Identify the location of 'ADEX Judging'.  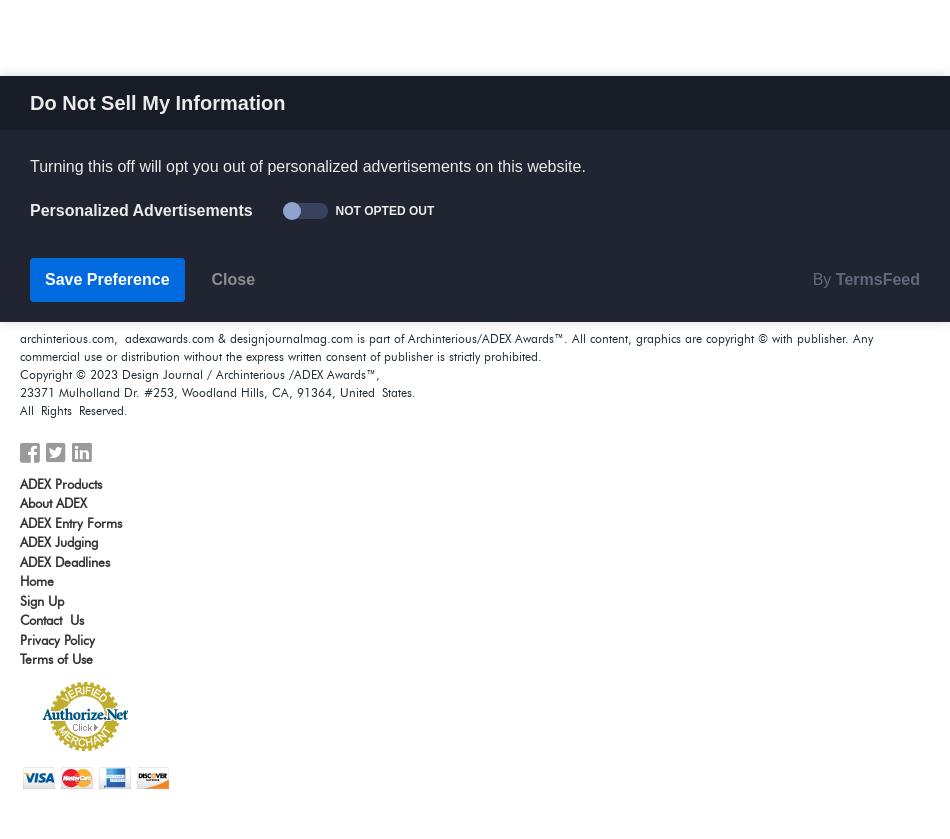
(58, 540).